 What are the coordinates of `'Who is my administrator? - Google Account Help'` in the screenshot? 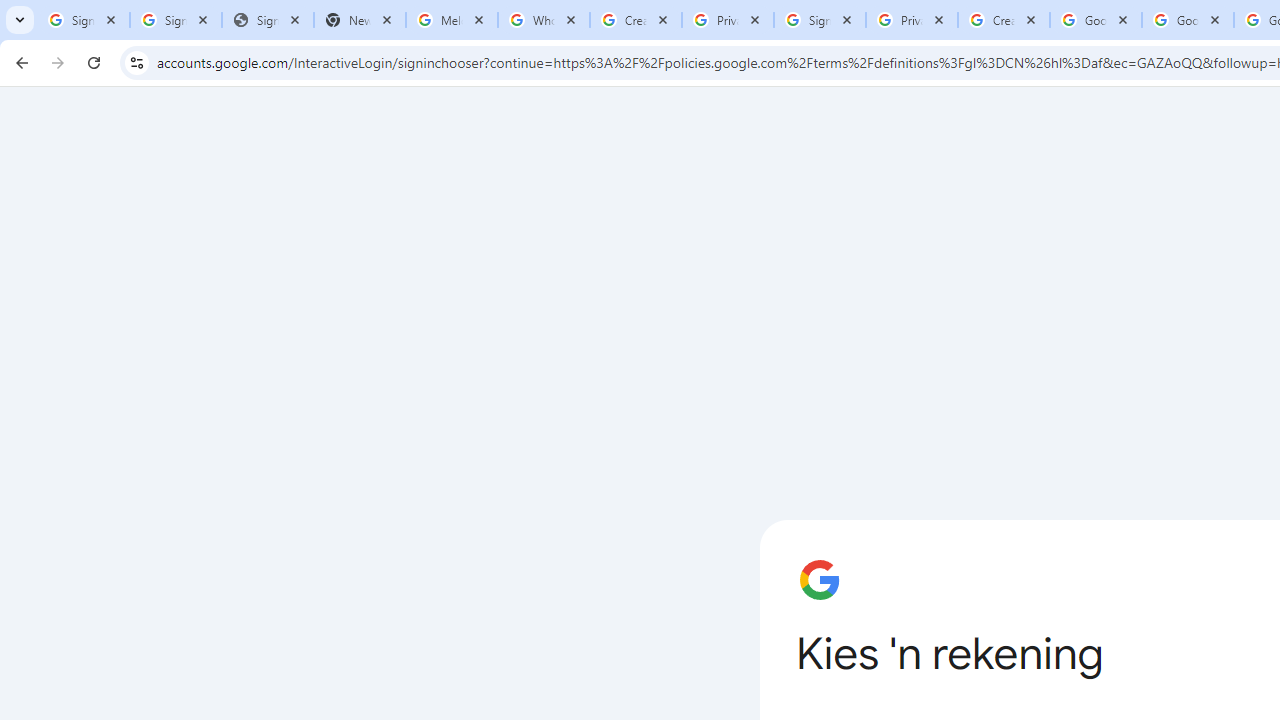 It's located at (544, 20).